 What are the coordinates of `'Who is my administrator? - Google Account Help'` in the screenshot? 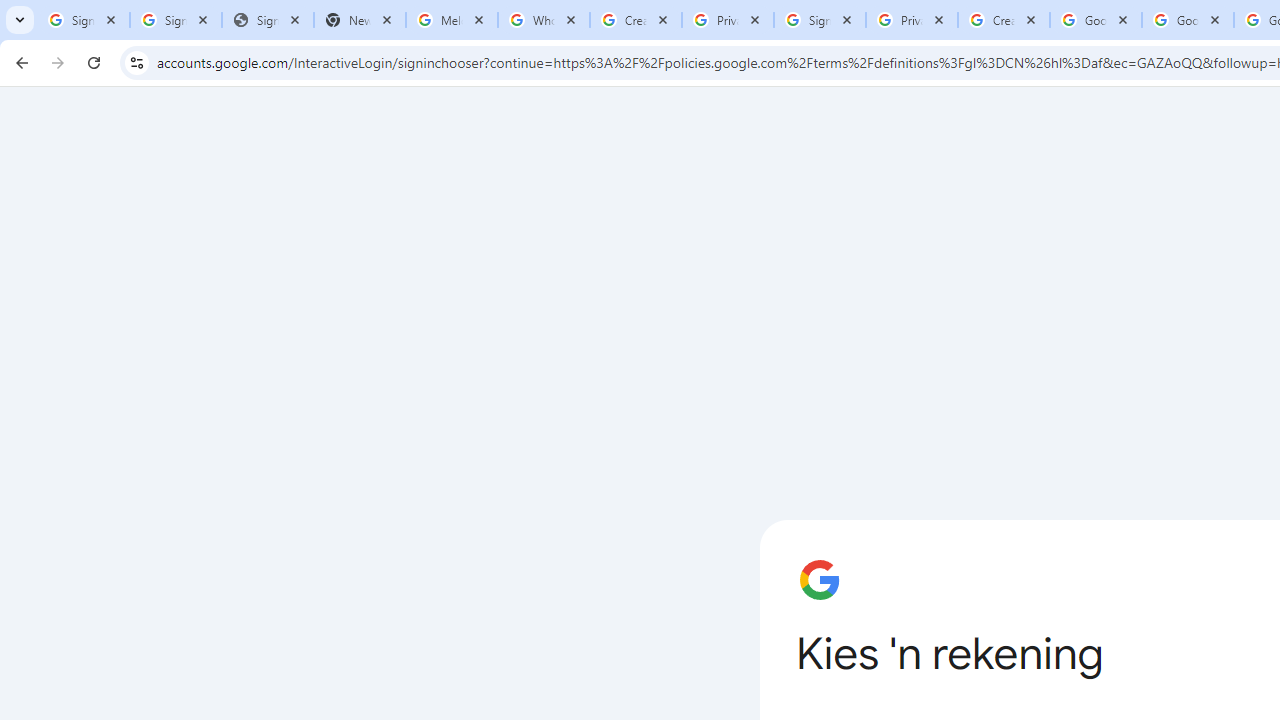 It's located at (544, 20).